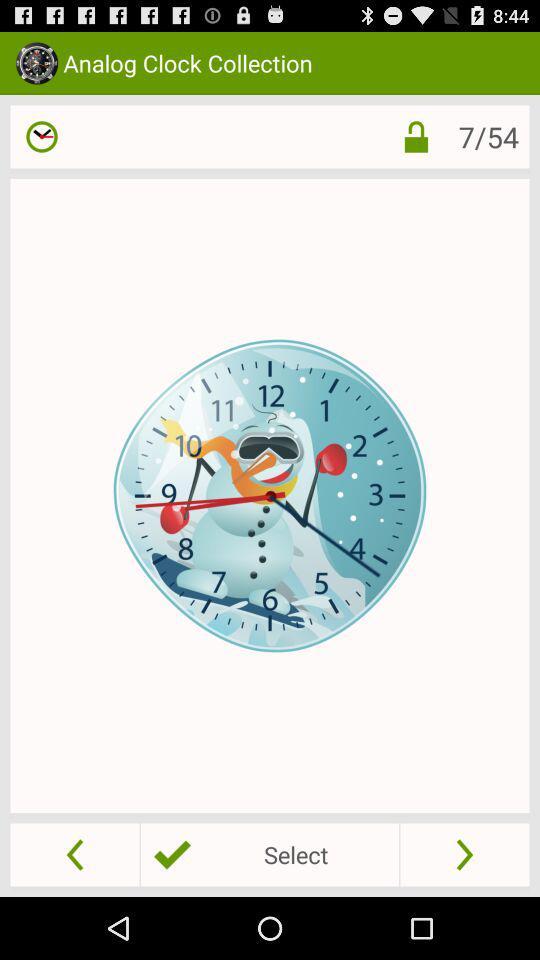 This screenshot has width=540, height=960. I want to click on the time icon, so click(42, 145).